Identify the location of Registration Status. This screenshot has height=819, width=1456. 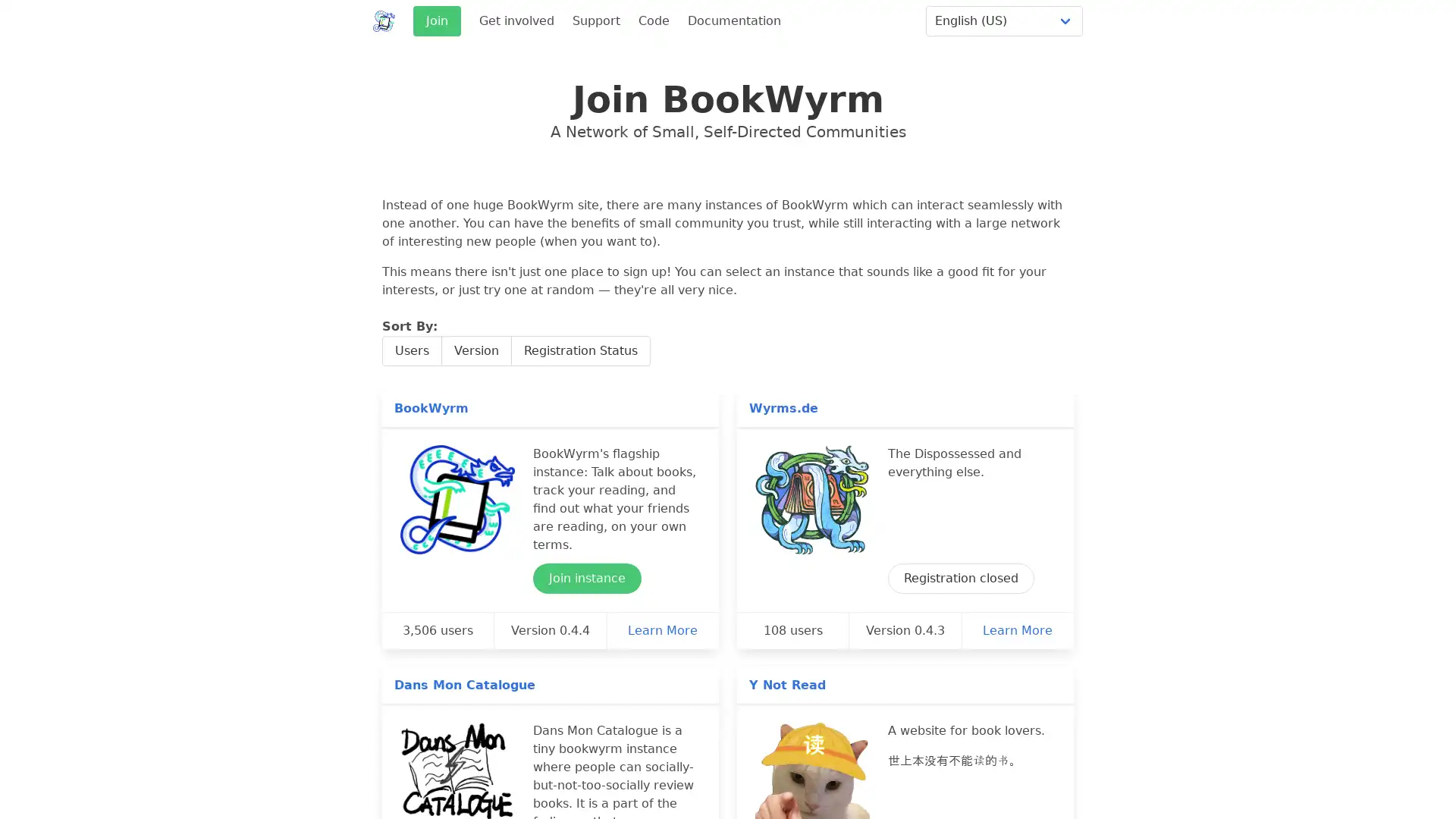
(580, 350).